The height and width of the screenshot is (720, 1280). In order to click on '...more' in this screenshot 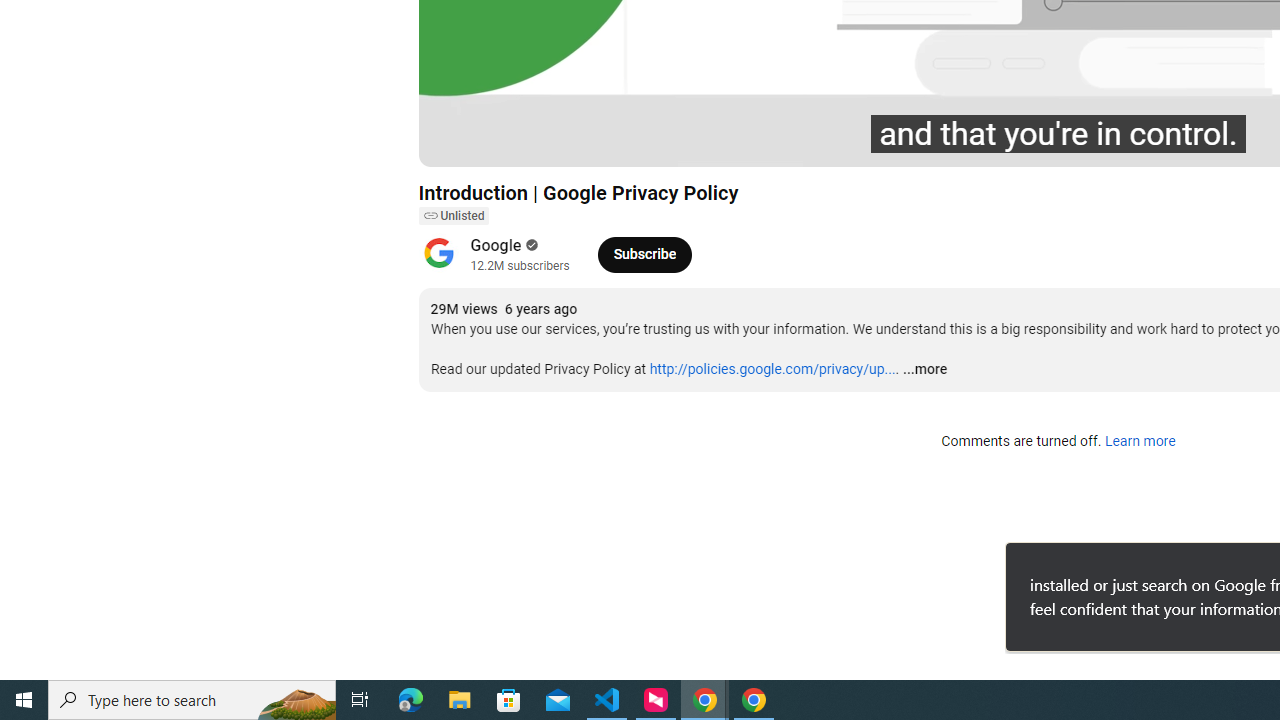, I will do `click(923, 370)`.